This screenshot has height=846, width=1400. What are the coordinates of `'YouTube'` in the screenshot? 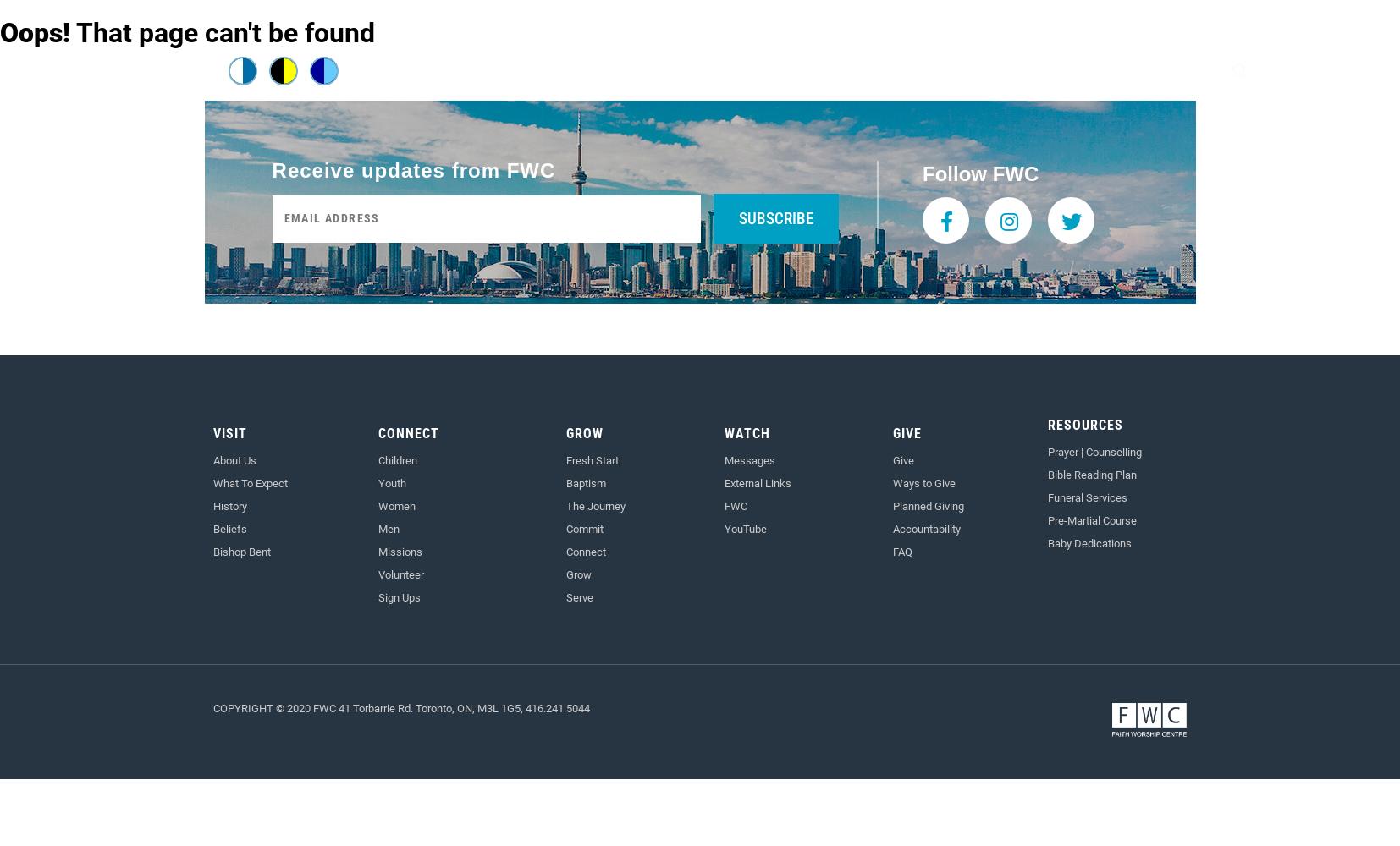 It's located at (744, 529).